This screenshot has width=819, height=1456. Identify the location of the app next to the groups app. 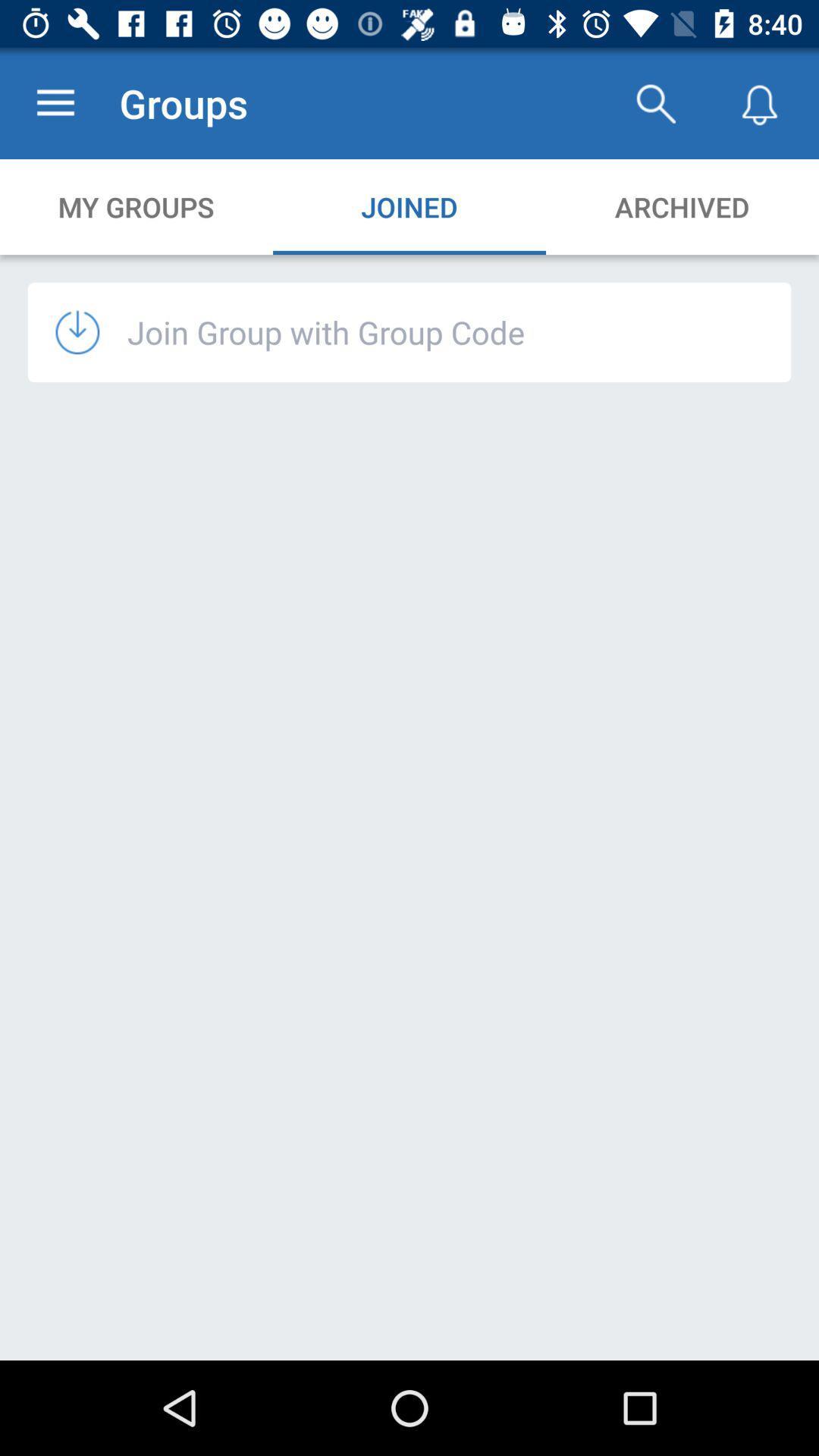
(654, 102).